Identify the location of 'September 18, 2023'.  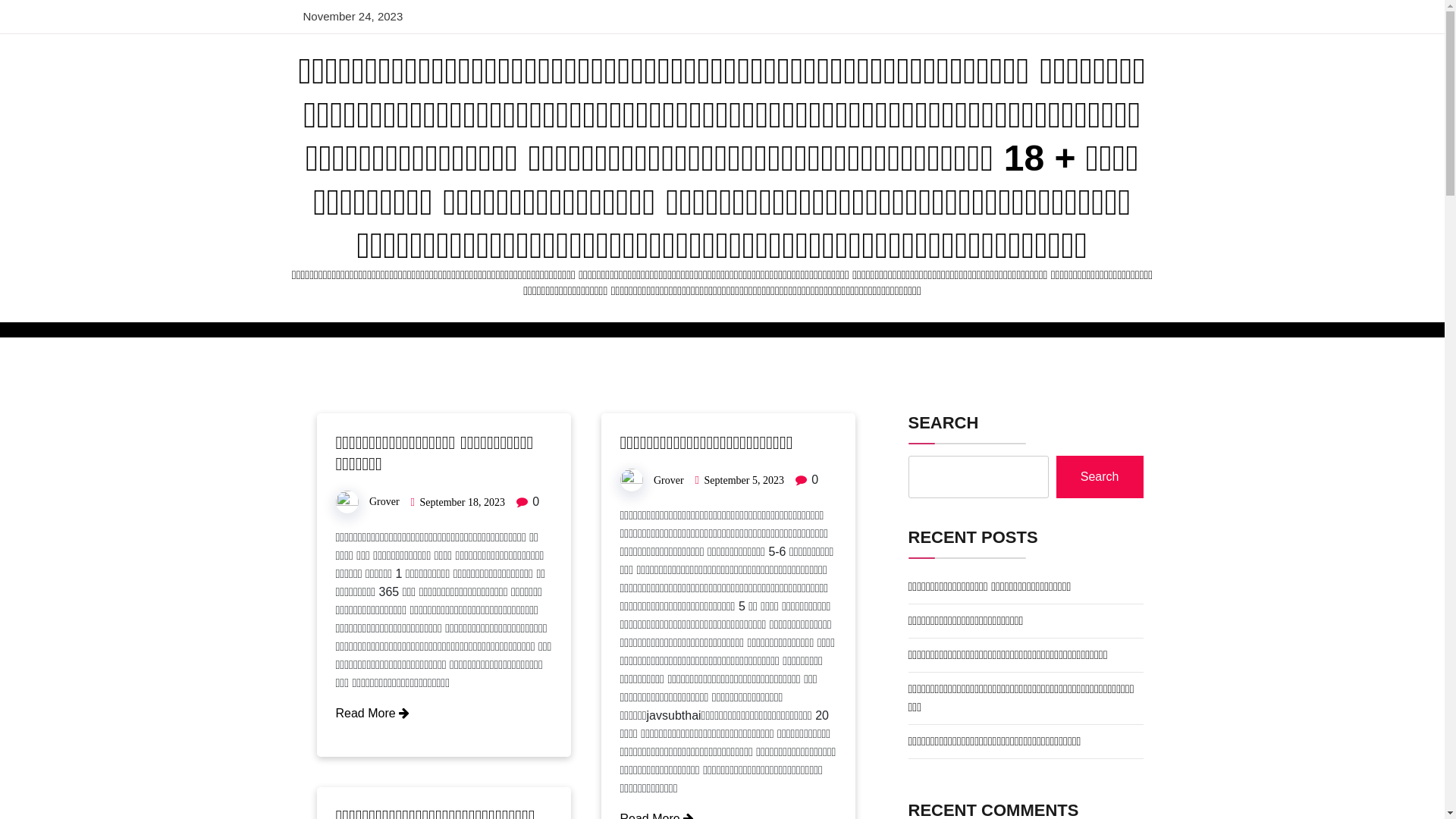
(461, 502).